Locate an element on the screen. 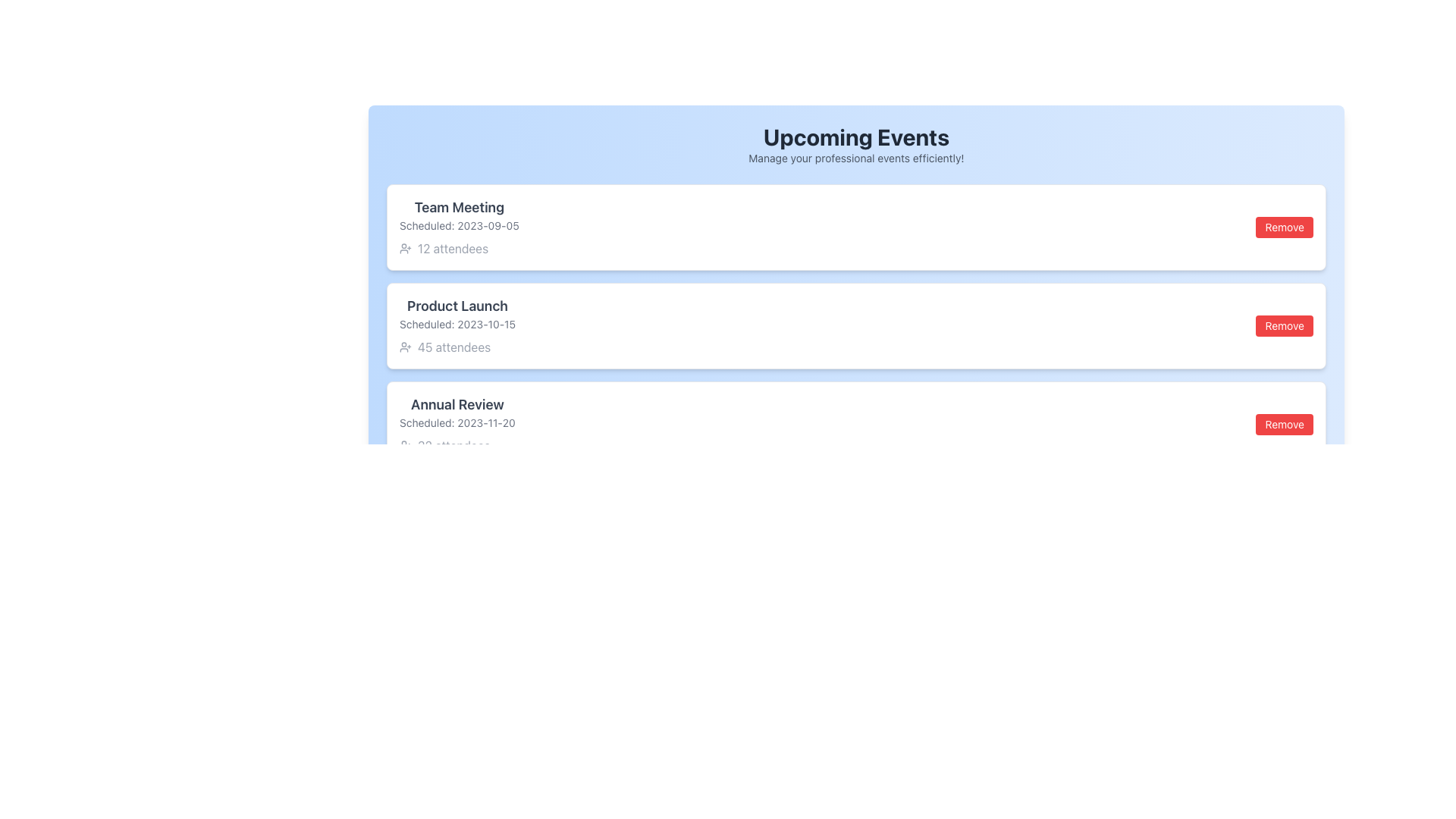  the decorative SVG icon representing the 'add user' concept, which is located to the left of the '12 attendees' text for the 'Team Meeting' event is located at coordinates (405, 247).